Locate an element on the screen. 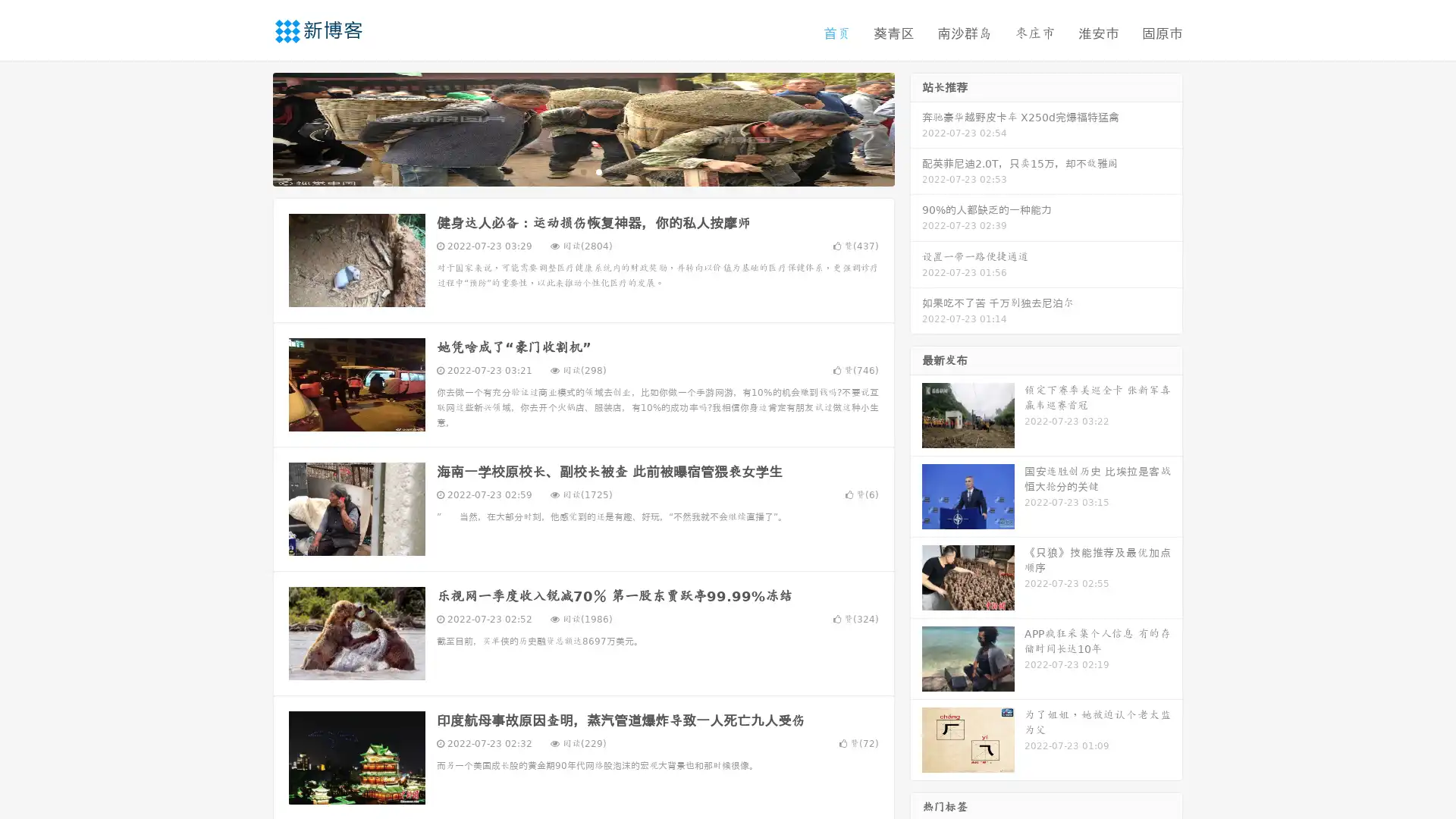 The height and width of the screenshot is (819, 1456). Next slide is located at coordinates (916, 127).